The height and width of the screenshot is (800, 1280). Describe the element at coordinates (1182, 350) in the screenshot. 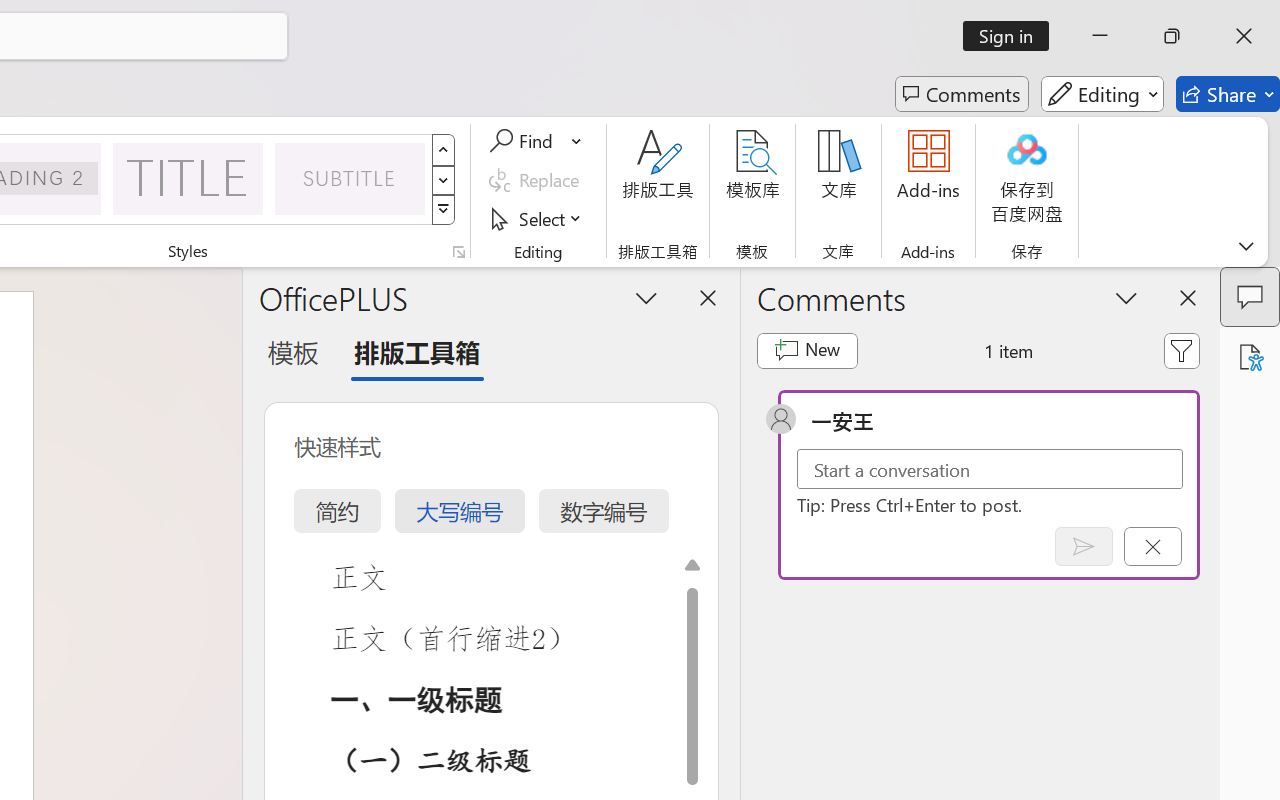

I see `'Filter'` at that location.